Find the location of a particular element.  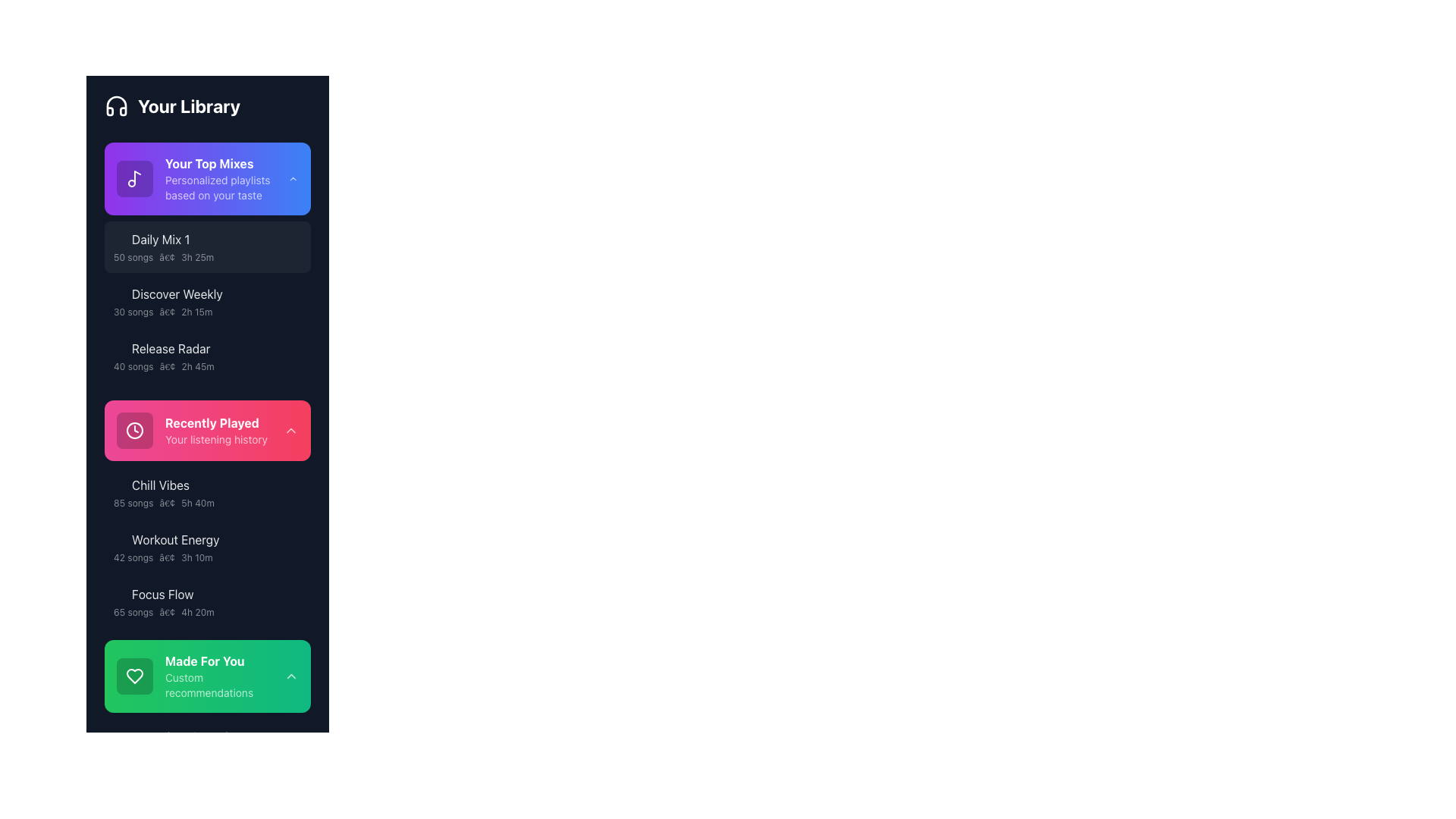

the interactive card located in the left-hand sidebar below 'Your Library' is located at coordinates (206, 177).